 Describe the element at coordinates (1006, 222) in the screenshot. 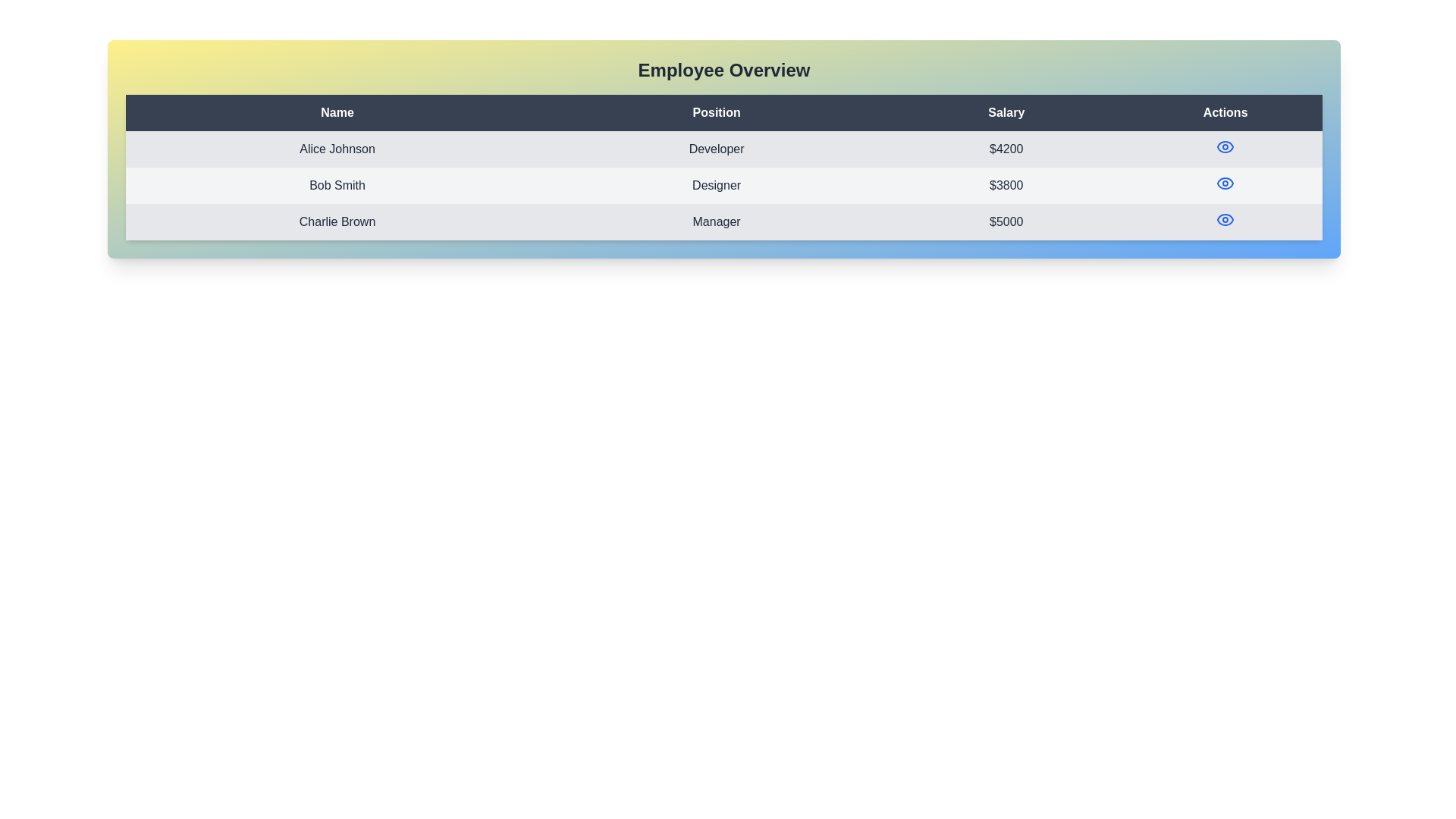

I see `the text label displaying '$5000' in bold black font under the 'Salary' column for 'Charlie Brown' in the employee overview table` at that location.